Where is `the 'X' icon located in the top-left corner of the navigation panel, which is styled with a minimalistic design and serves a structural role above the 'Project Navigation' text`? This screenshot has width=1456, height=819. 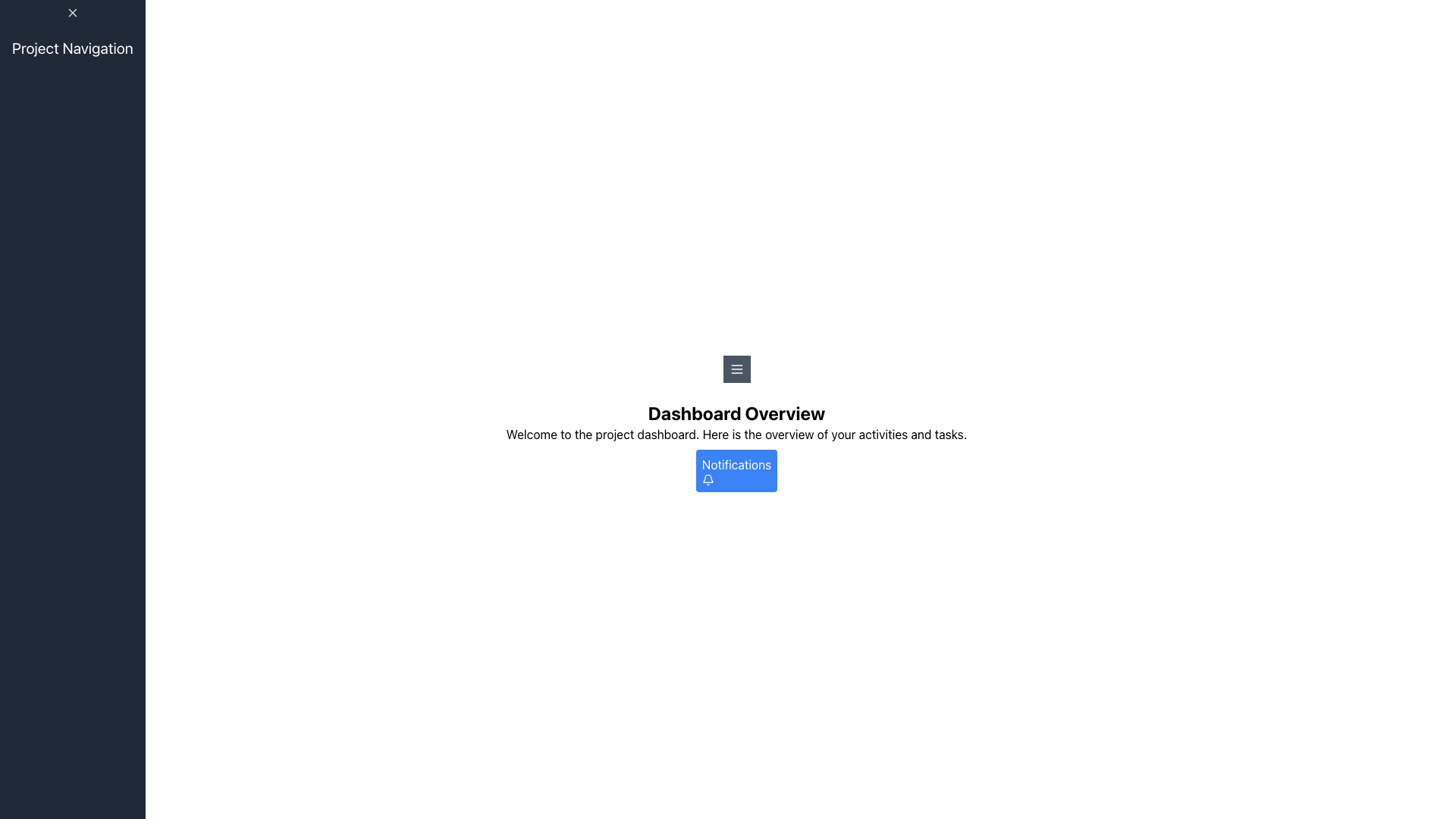 the 'X' icon located in the top-left corner of the navigation panel, which is styled with a minimalistic design and serves a structural role above the 'Project Navigation' text is located at coordinates (71, 12).